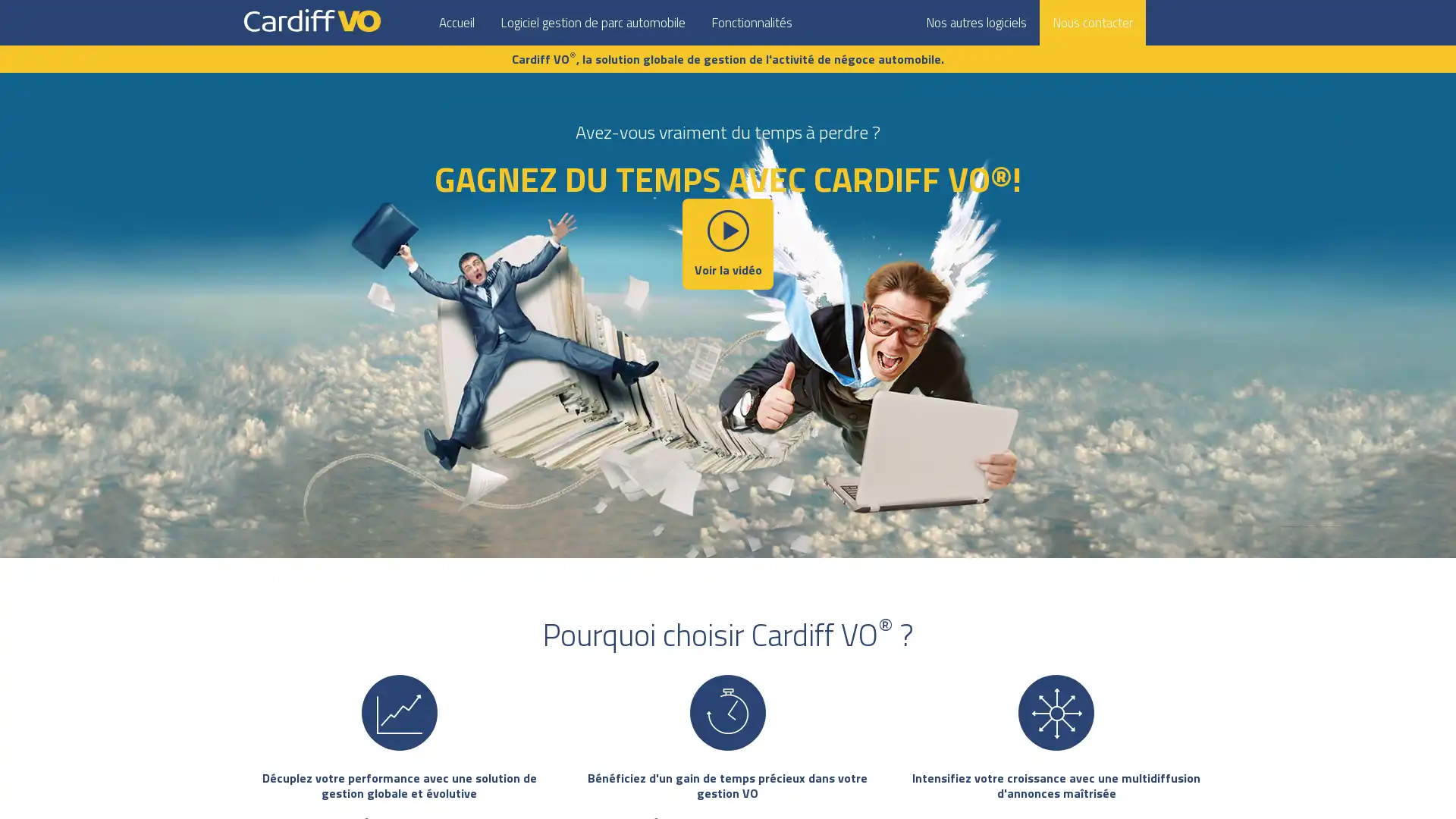  I want to click on Voir la video, so click(728, 242).